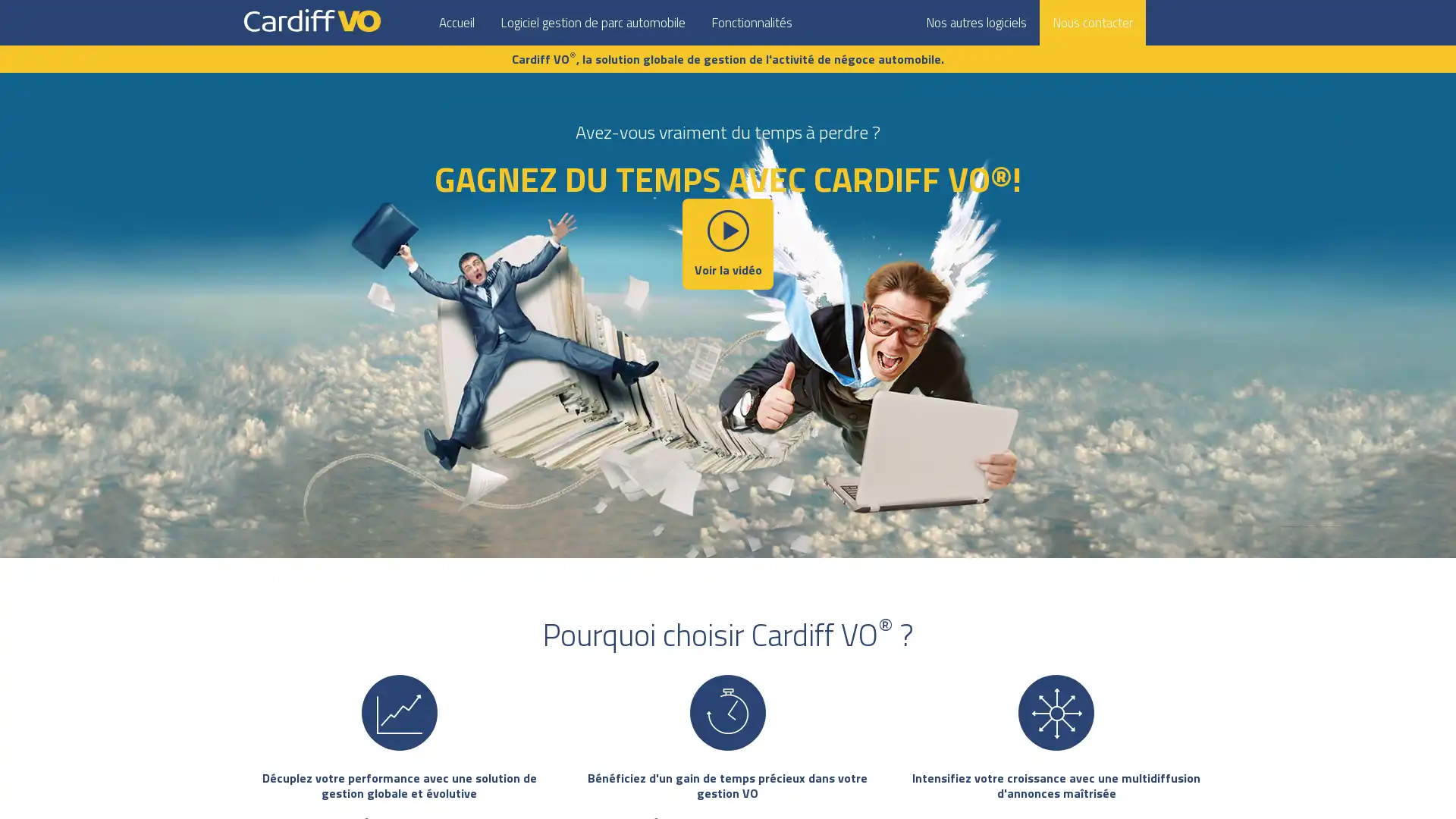  I want to click on Voir la video, so click(728, 242).